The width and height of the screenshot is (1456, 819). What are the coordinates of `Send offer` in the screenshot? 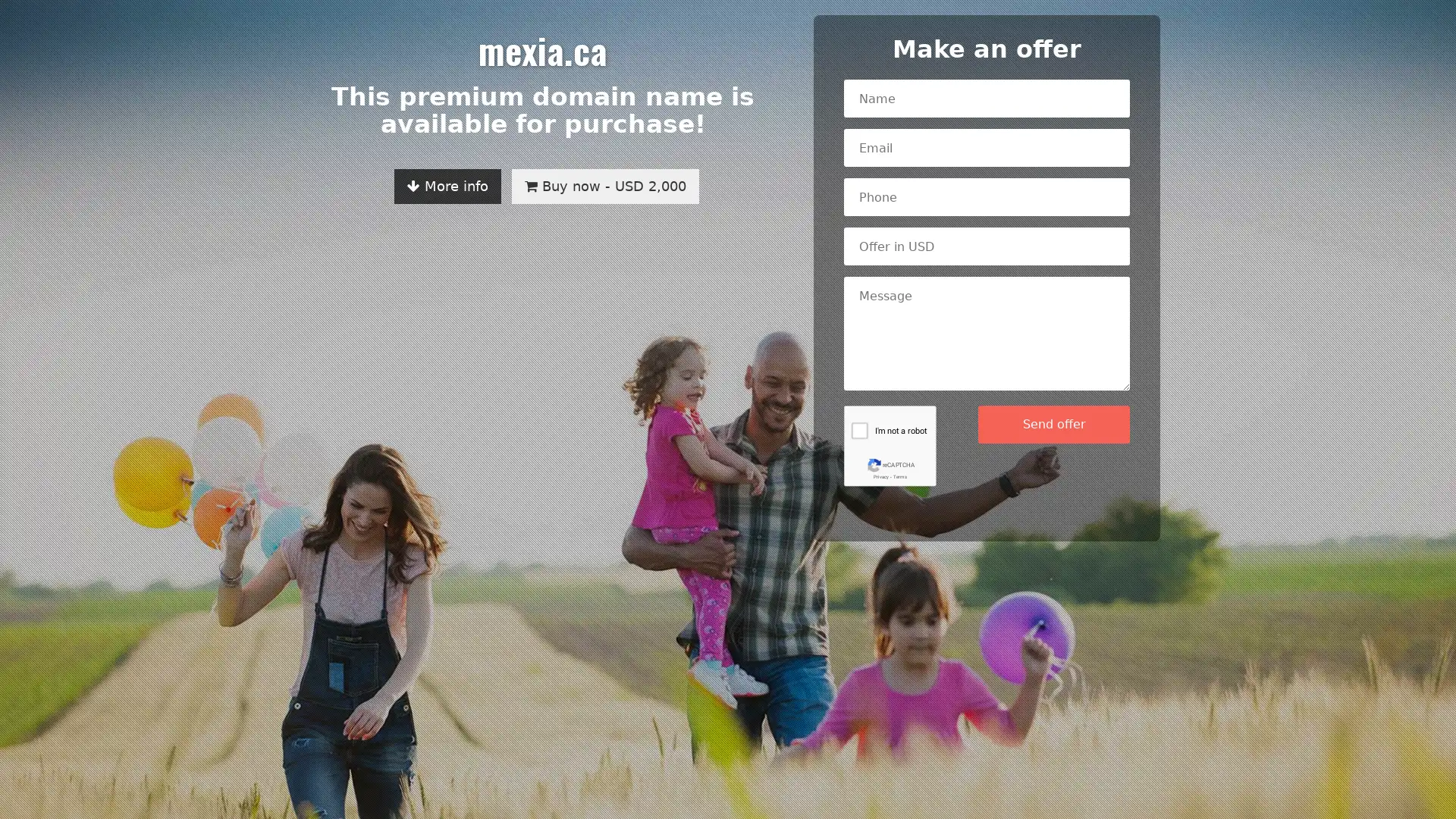 It's located at (1053, 424).